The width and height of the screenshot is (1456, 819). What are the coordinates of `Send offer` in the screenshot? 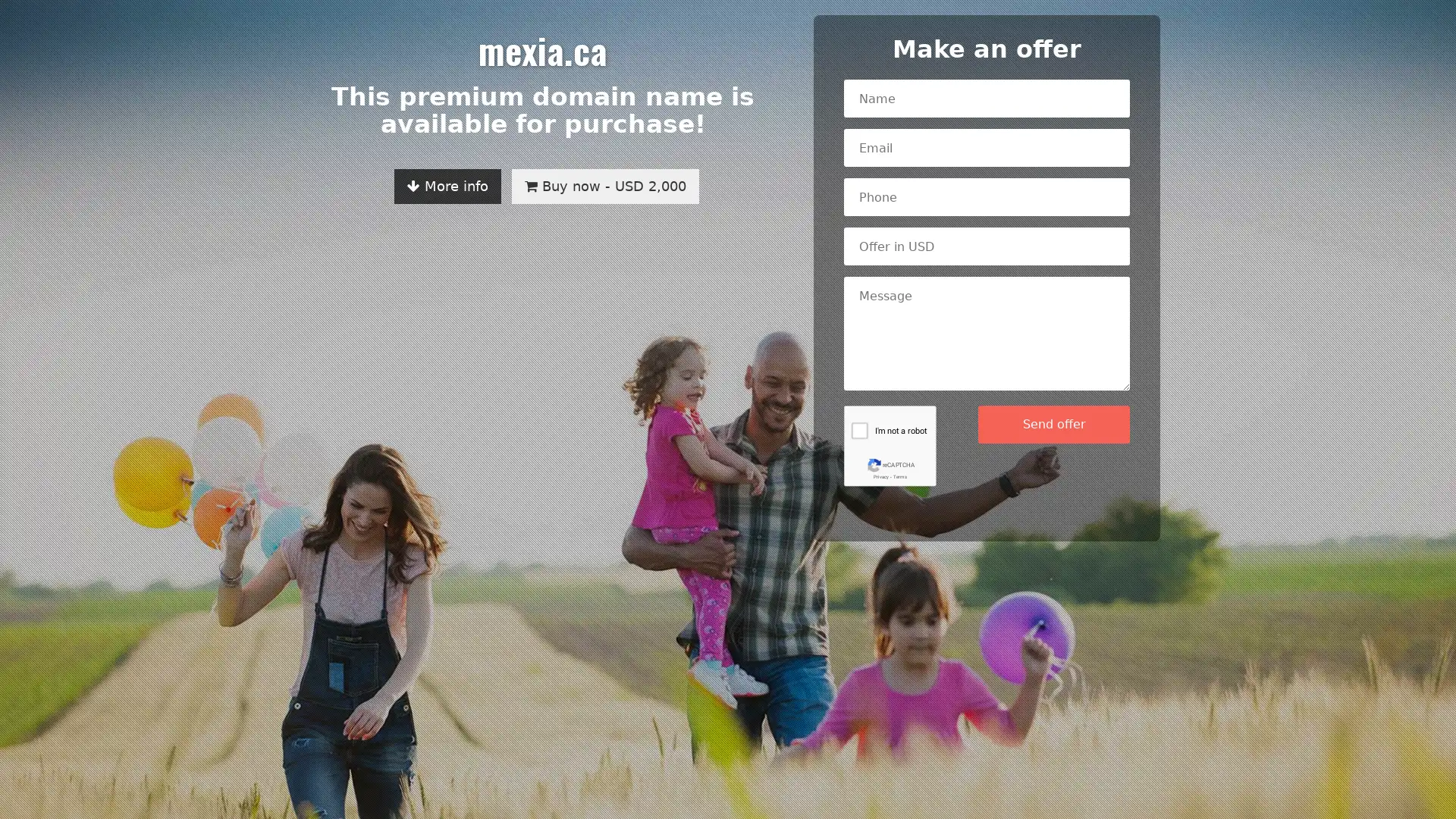 It's located at (1053, 424).